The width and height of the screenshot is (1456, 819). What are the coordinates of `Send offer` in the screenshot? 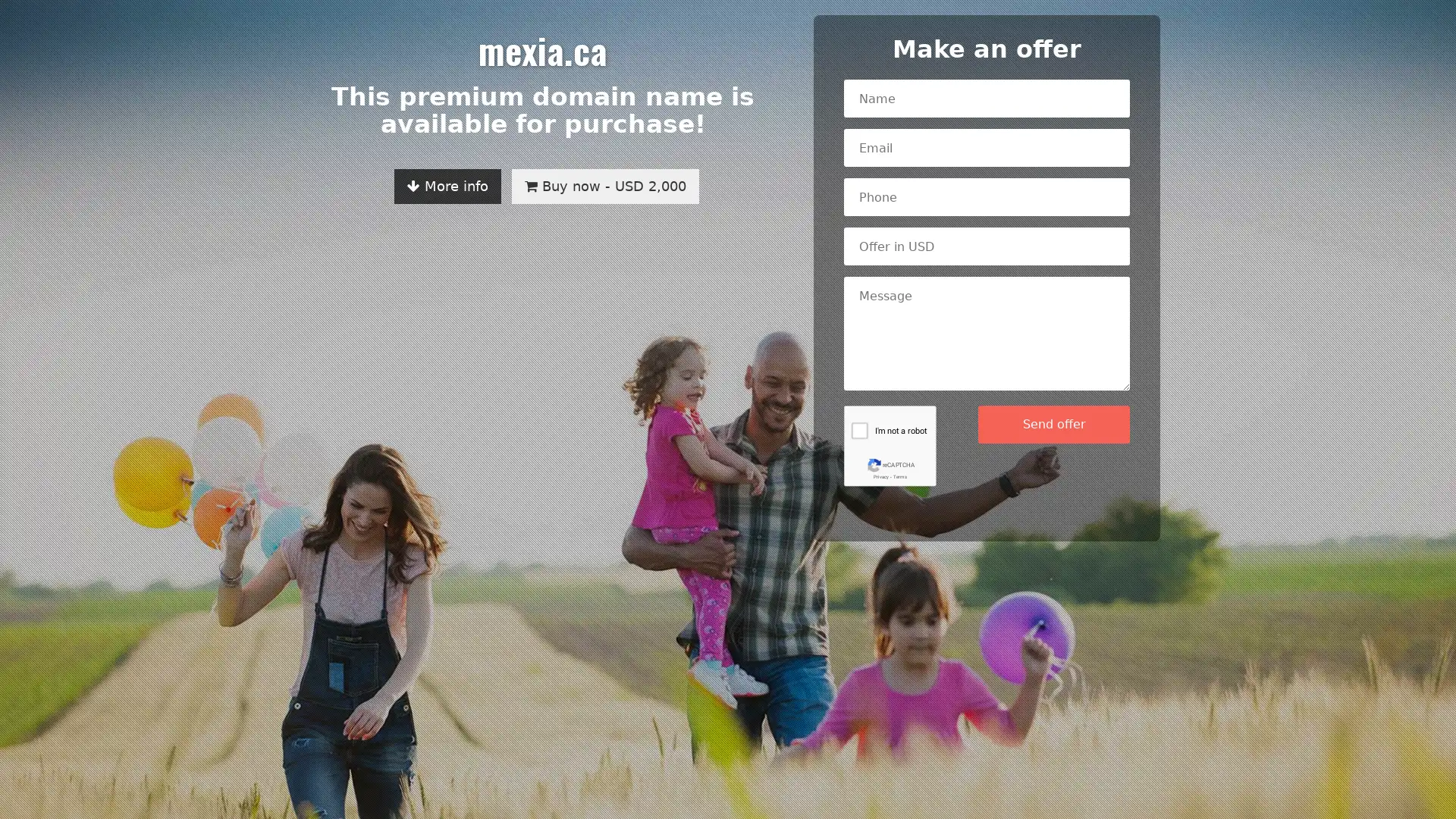 It's located at (1053, 424).